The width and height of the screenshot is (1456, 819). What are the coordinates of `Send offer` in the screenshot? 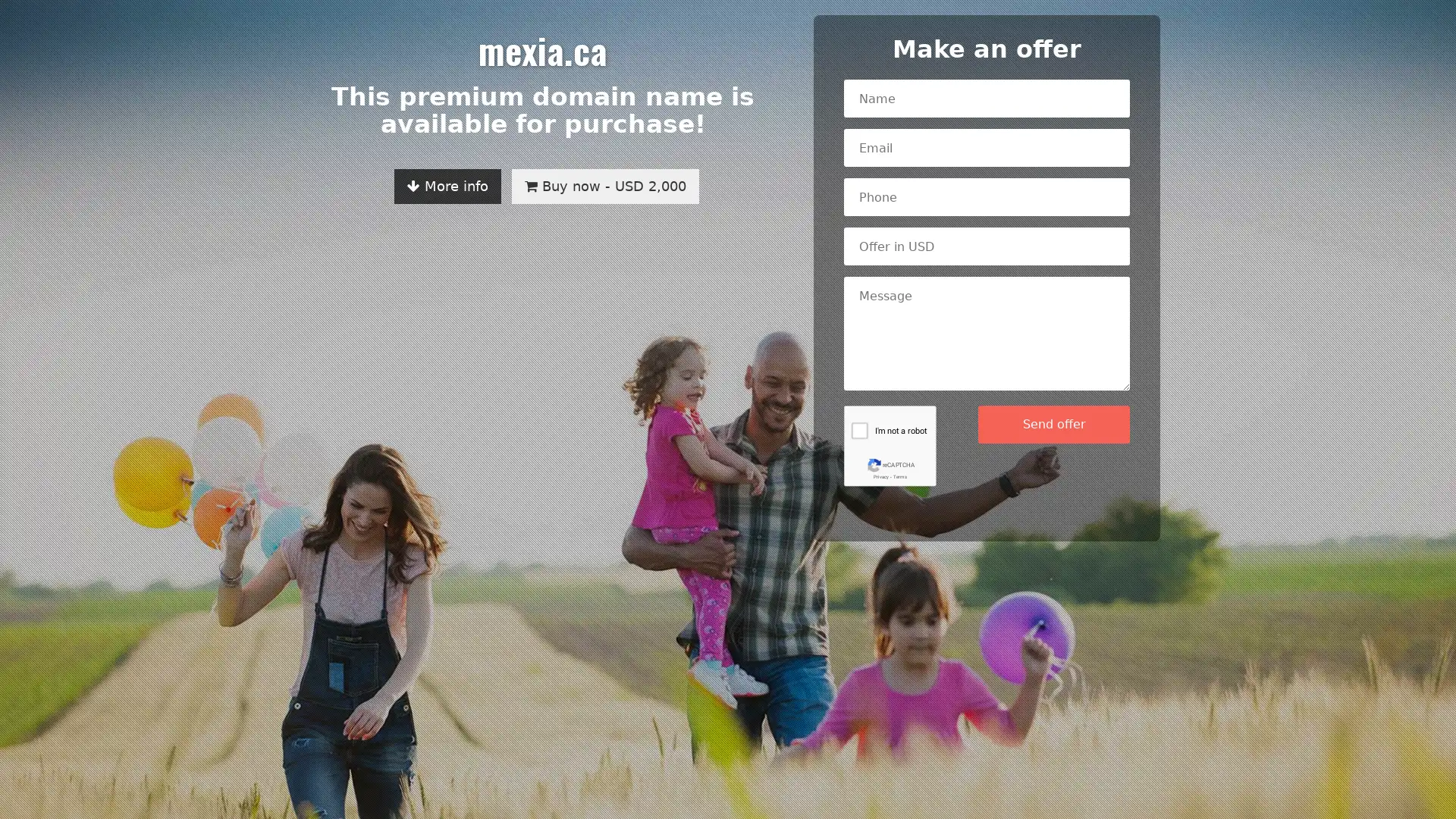 It's located at (1053, 424).